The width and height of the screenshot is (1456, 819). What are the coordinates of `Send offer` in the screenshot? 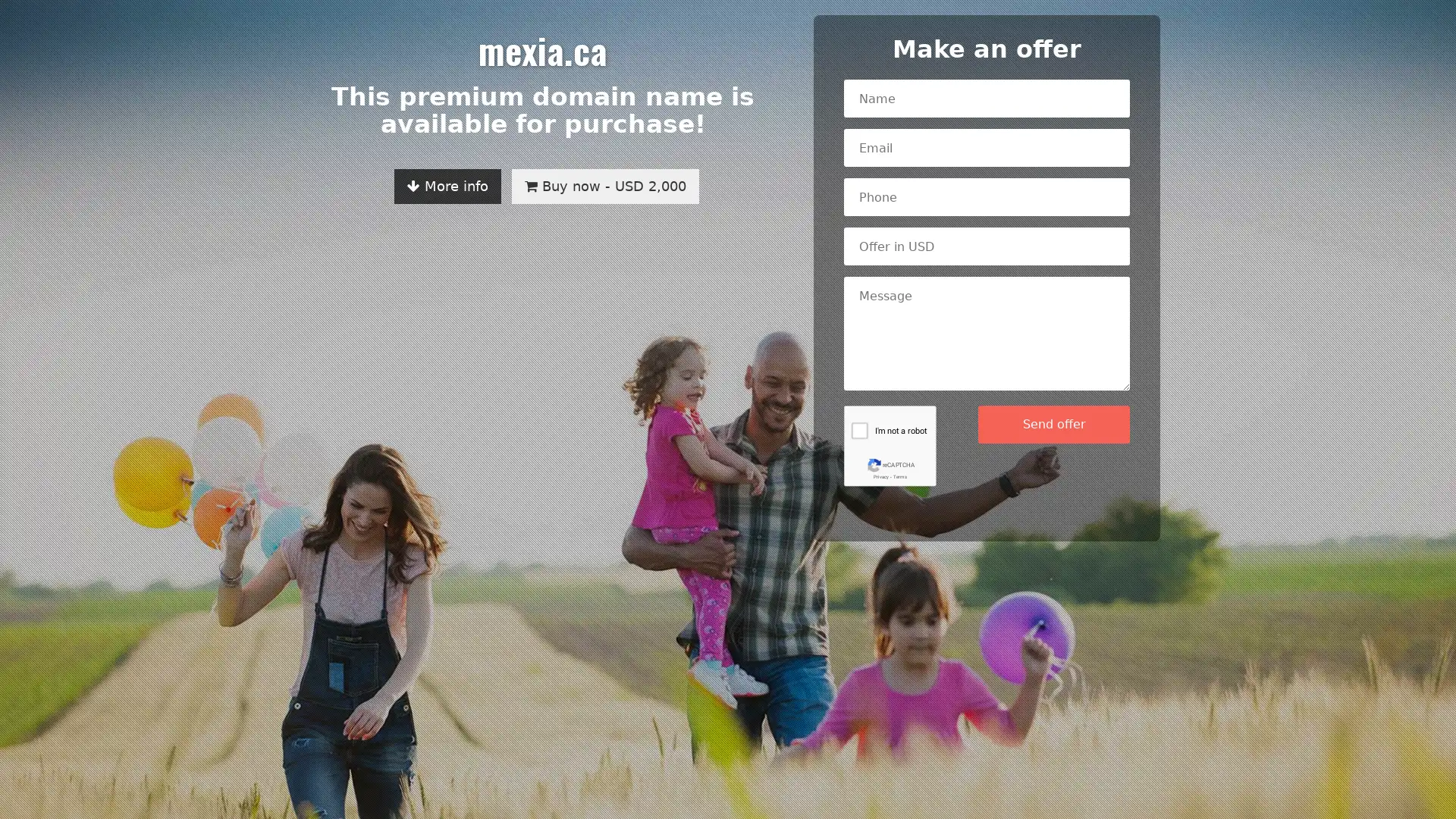 It's located at (1053, 424).